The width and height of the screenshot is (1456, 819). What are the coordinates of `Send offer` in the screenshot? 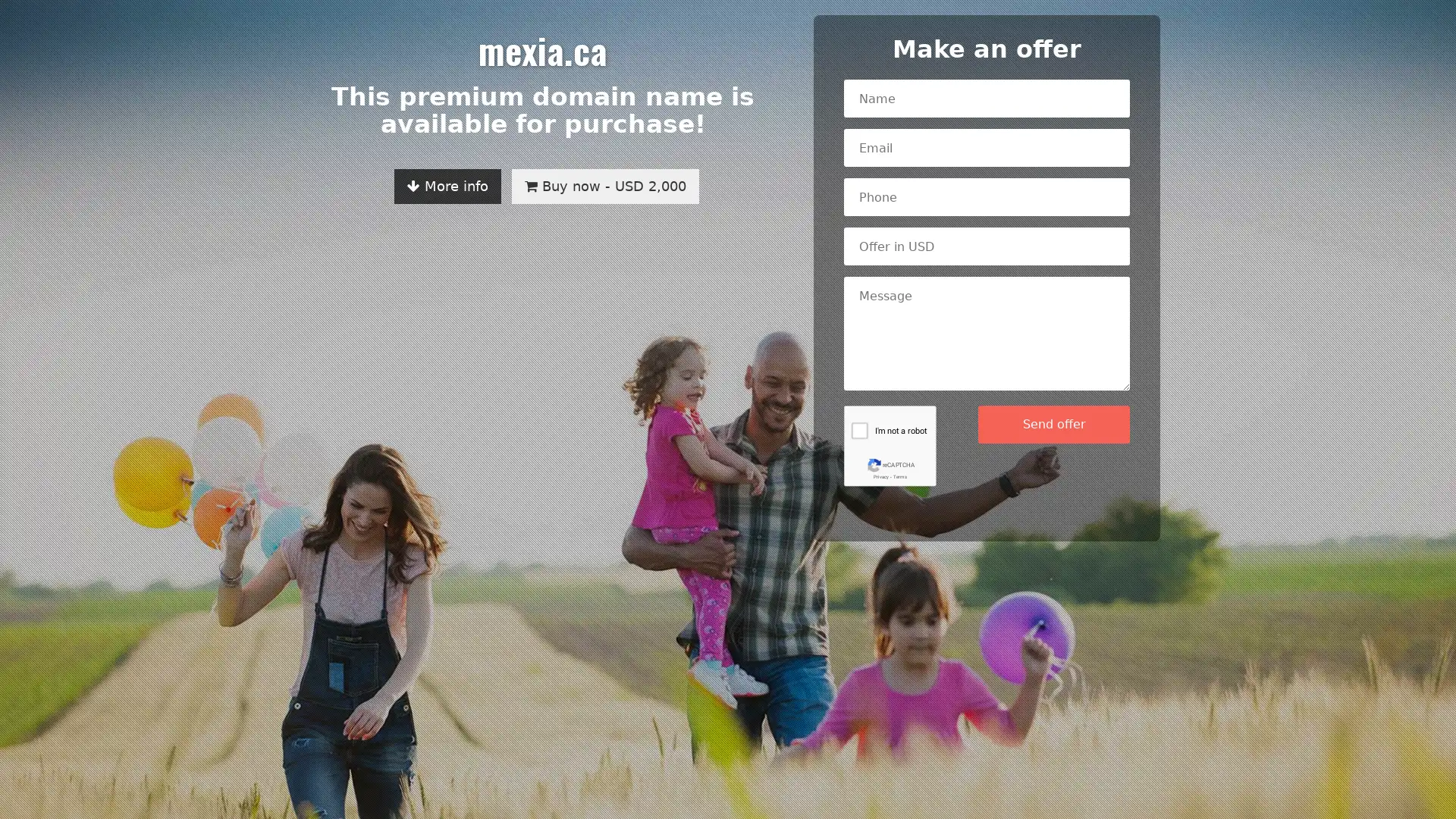 It's located at (1053, 424).